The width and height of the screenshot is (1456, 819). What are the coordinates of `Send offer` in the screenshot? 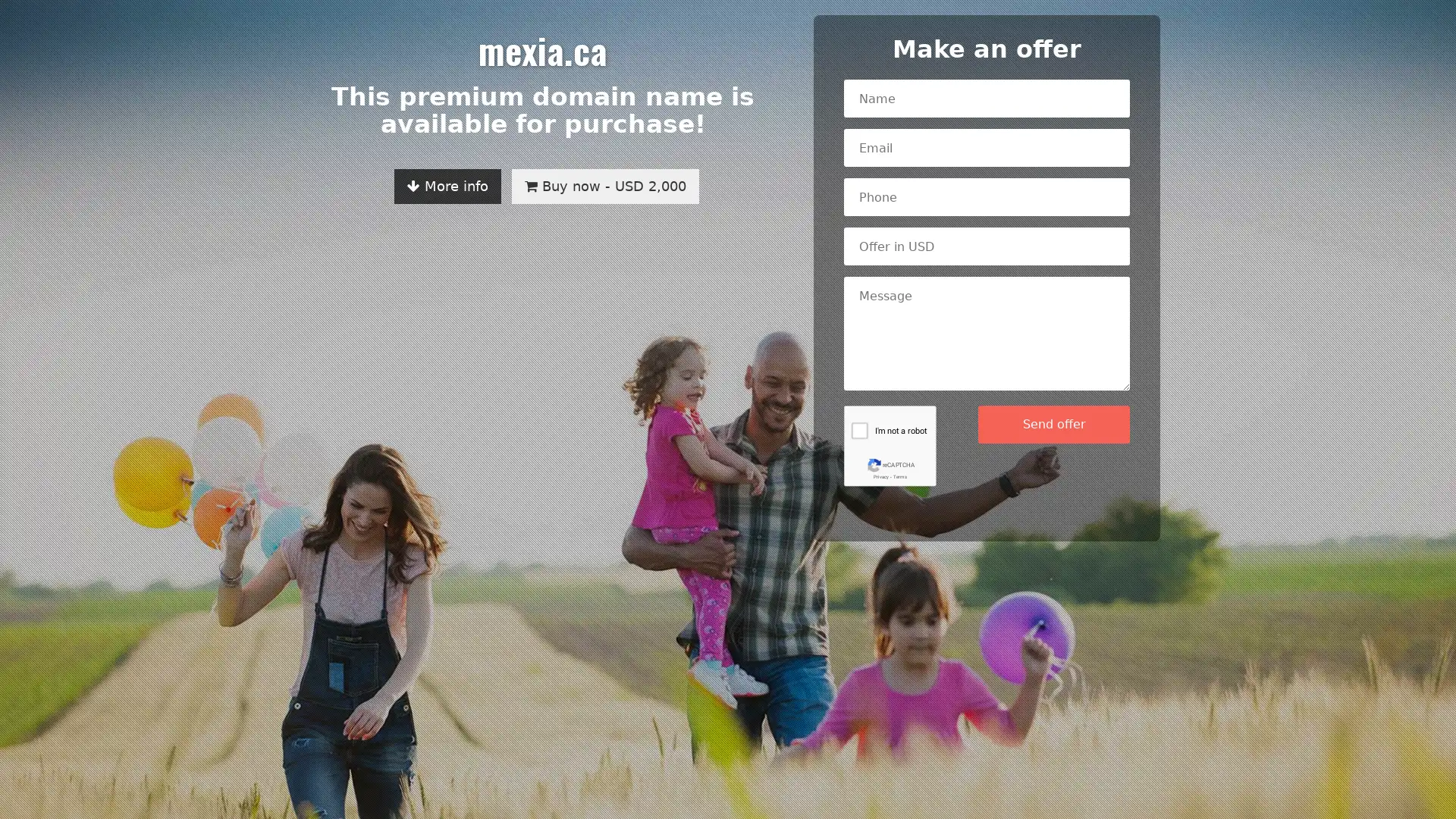 It's located at (1053, 424).